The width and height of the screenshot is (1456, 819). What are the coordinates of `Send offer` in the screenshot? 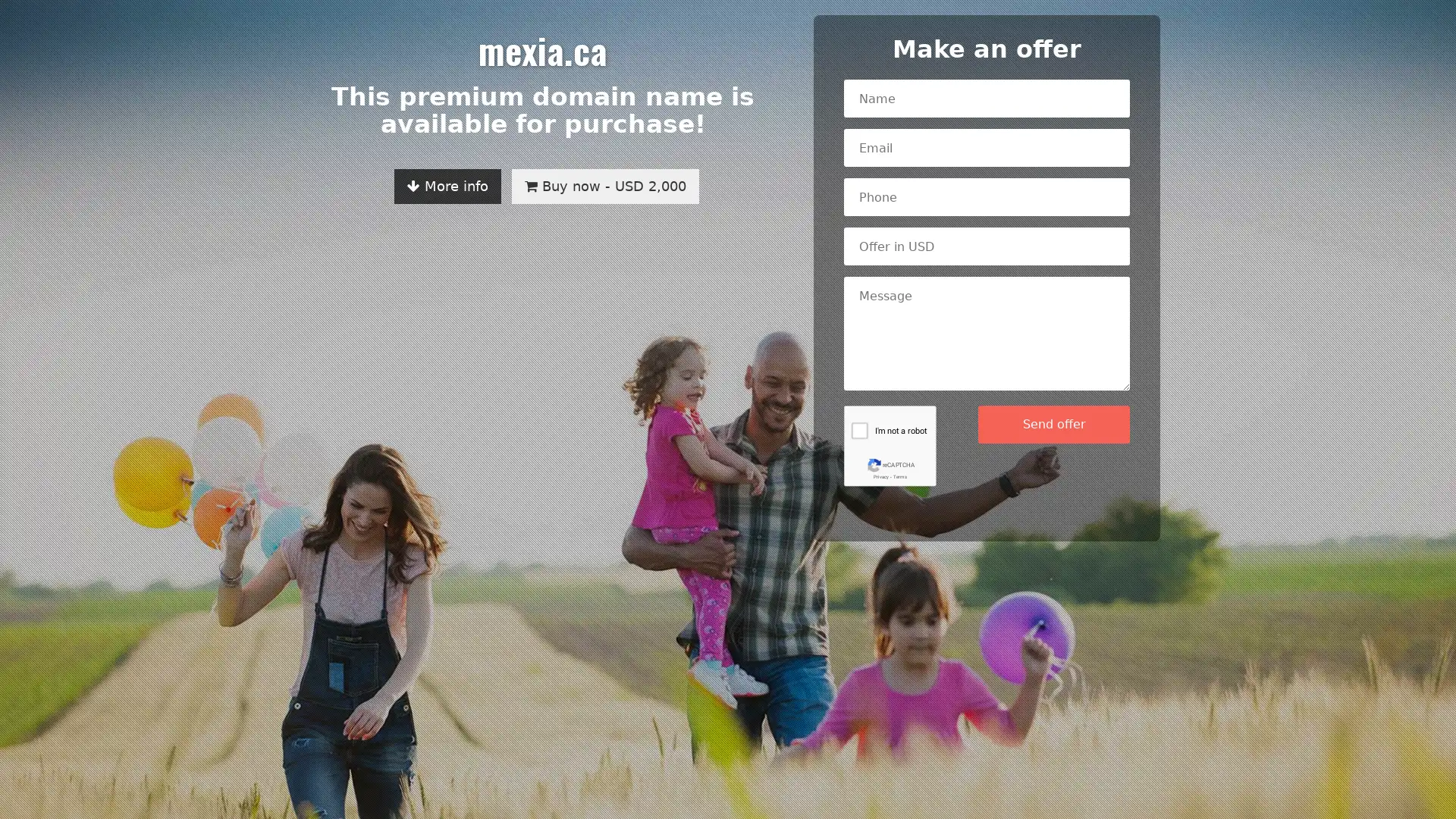 It's located at (1053, 424).